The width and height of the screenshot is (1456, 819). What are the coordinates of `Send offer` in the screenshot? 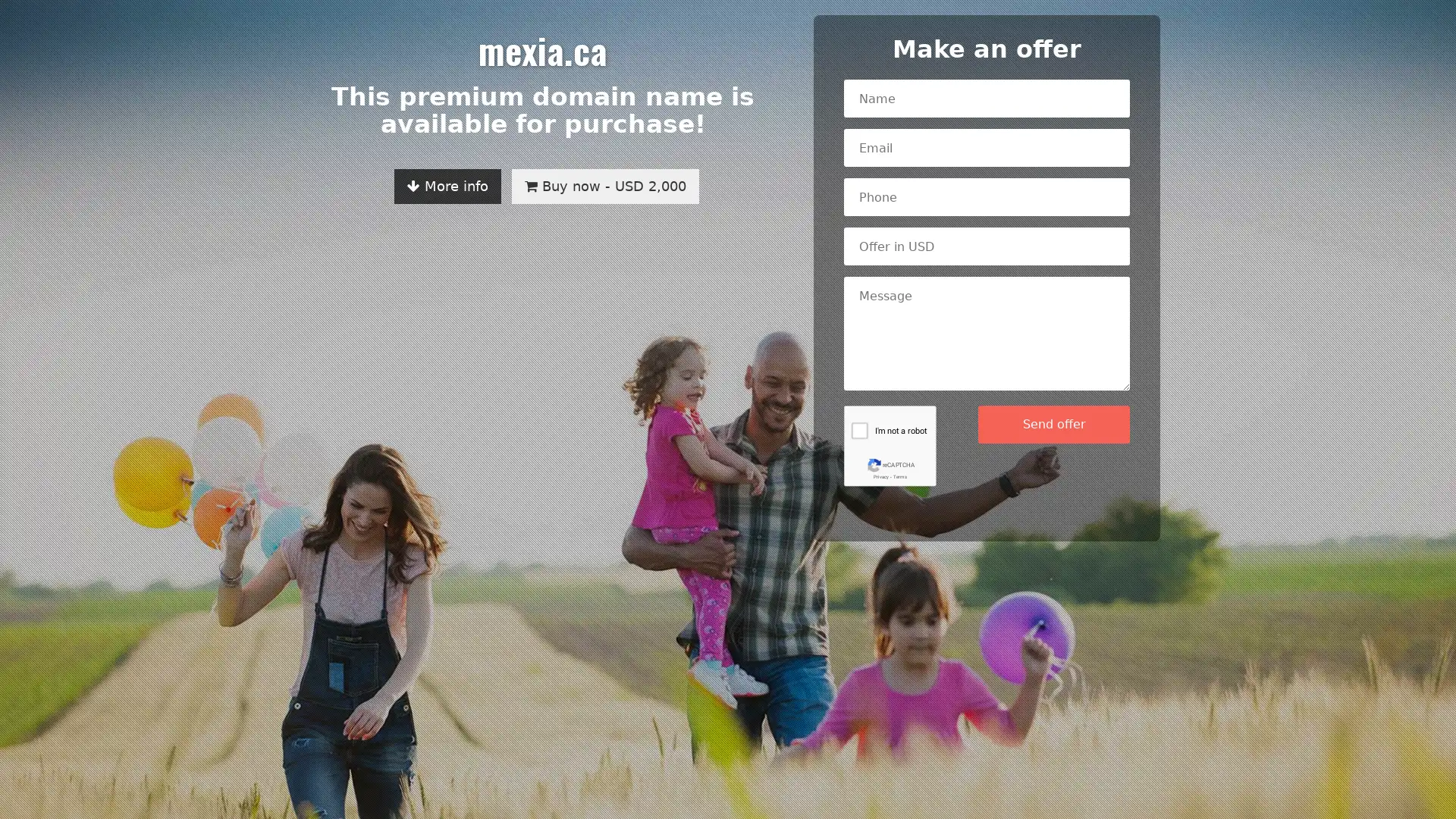 It's located at (1053, 424).